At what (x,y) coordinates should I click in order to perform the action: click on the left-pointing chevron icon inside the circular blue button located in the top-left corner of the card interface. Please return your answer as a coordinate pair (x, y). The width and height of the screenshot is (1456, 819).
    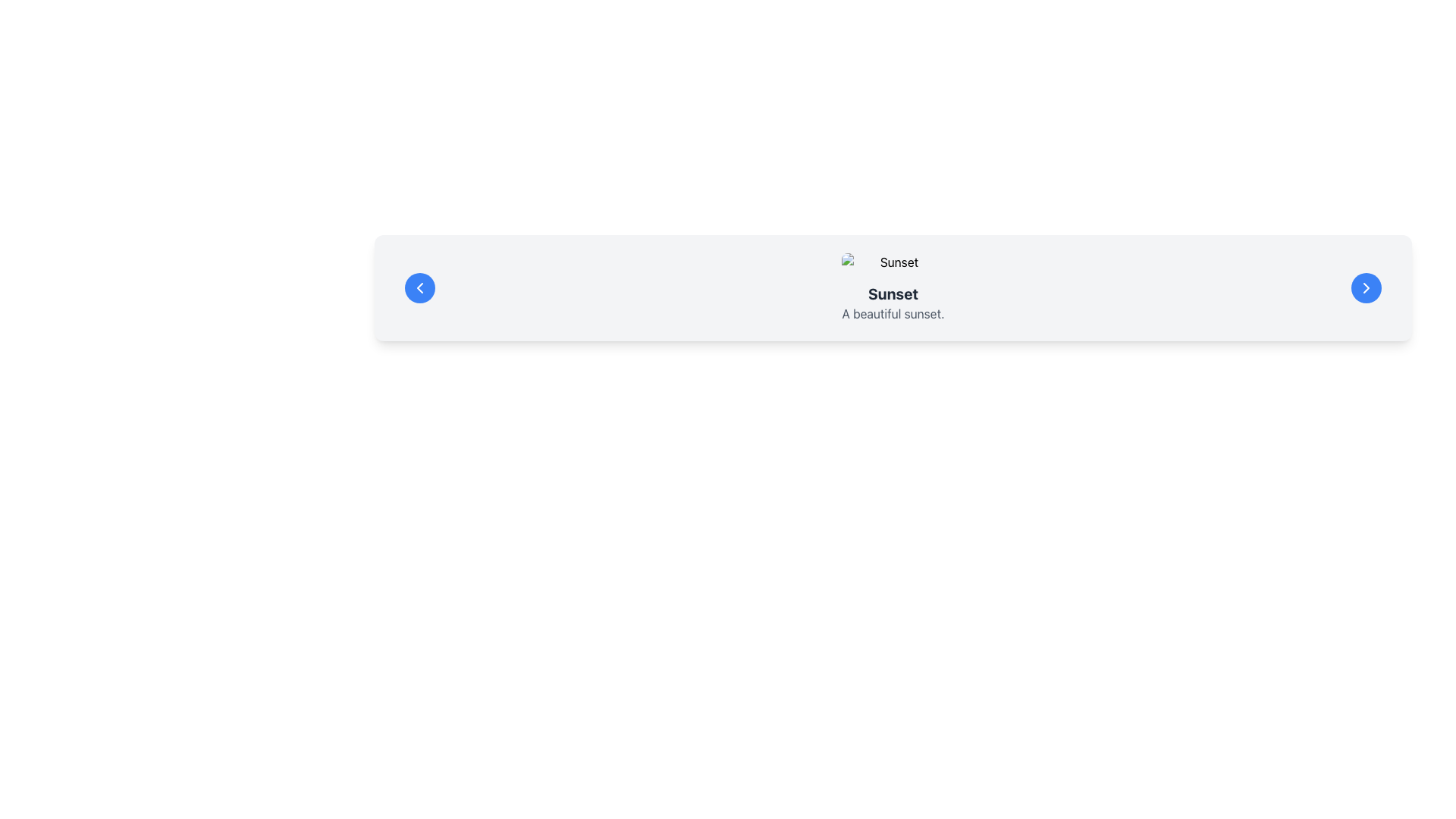
    Looking at the image, I should click on (419, 288).